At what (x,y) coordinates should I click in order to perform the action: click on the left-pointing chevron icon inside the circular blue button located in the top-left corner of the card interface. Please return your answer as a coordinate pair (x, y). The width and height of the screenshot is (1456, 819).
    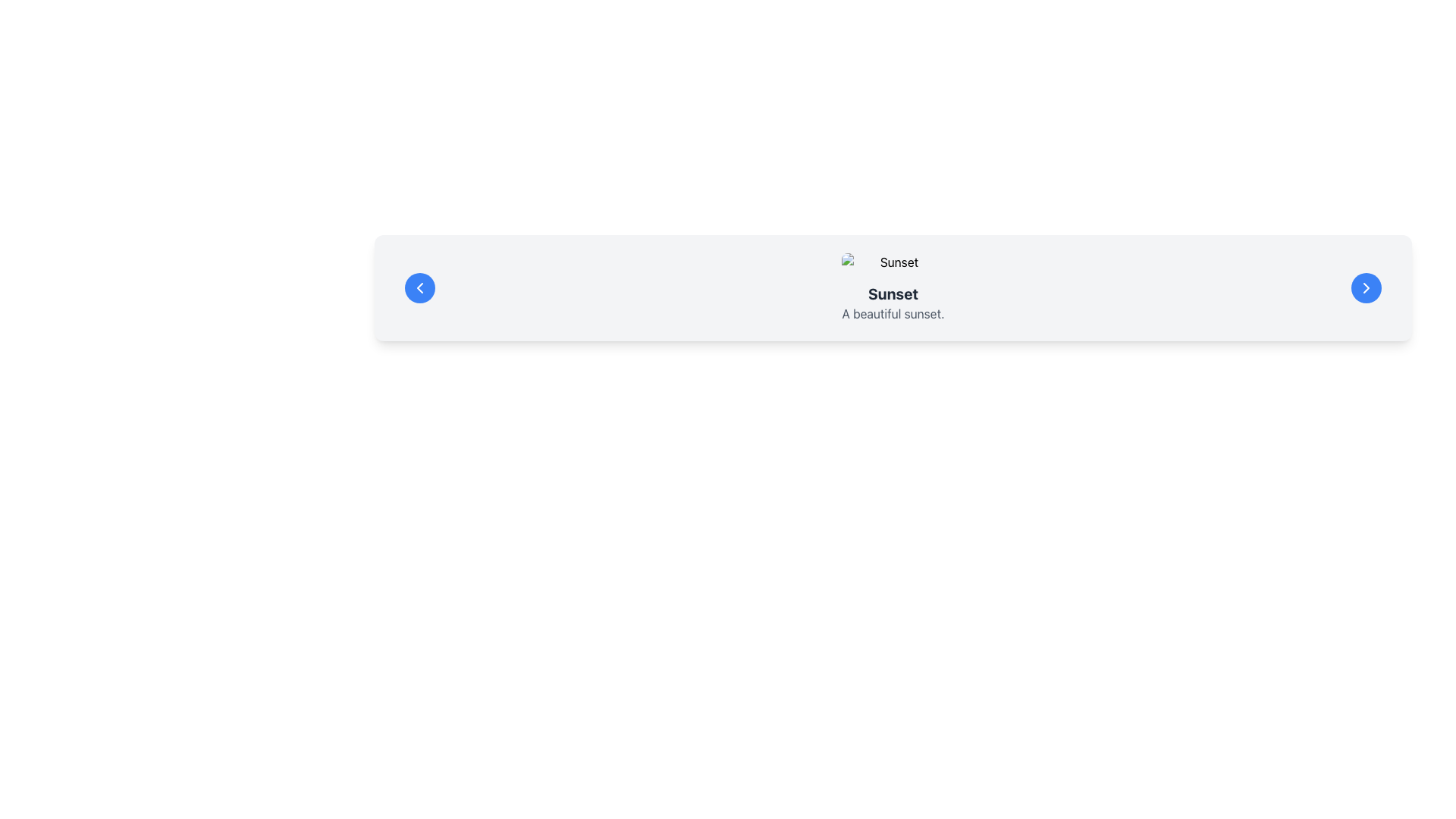
    Looking at the image, I should click on (419, 288).